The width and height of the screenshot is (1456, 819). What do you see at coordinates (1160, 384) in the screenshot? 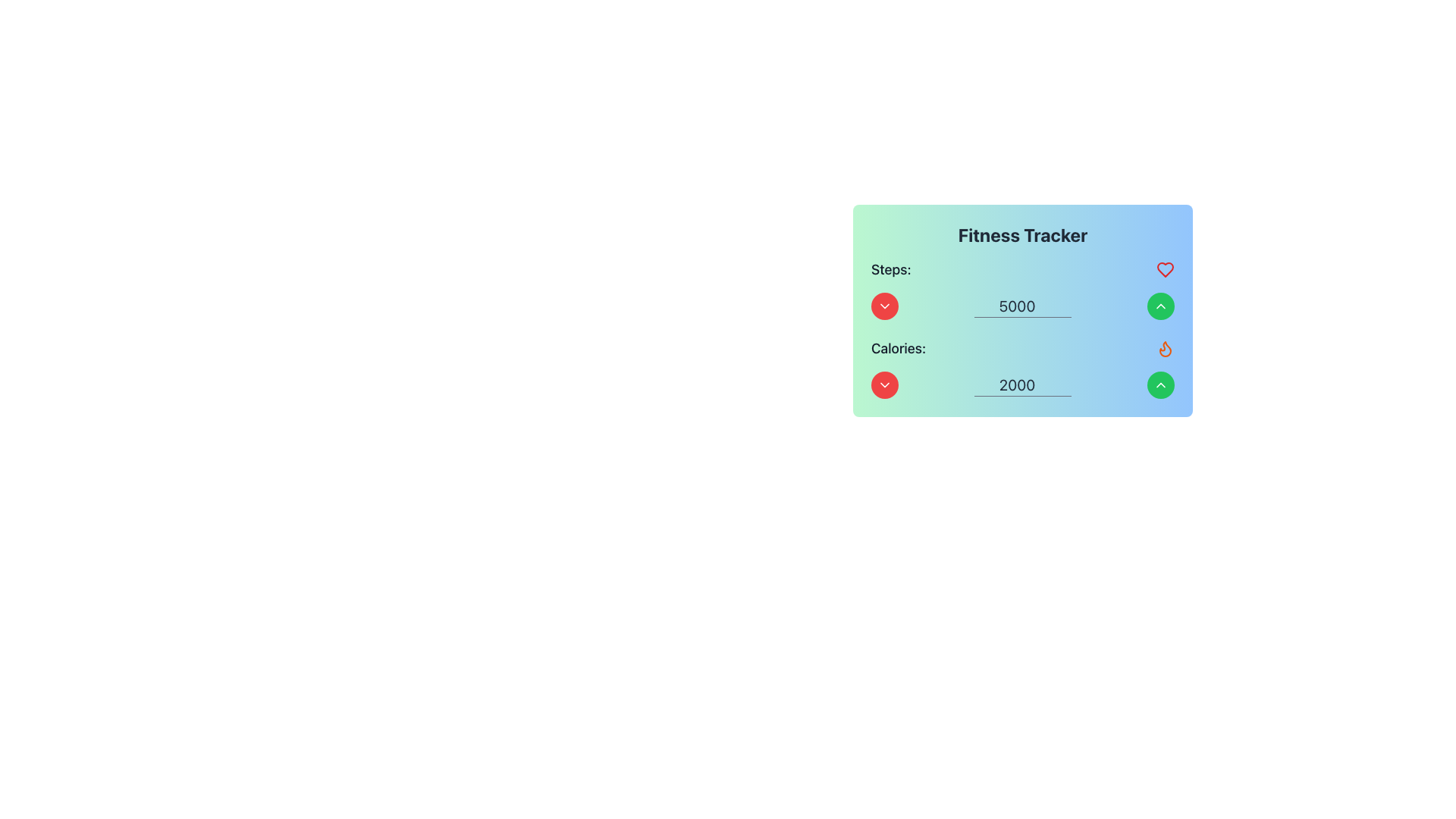
I see `the upward-pointing arrow inside the green circular button to increase the steps counter value` at bounding box center [1160, 384].